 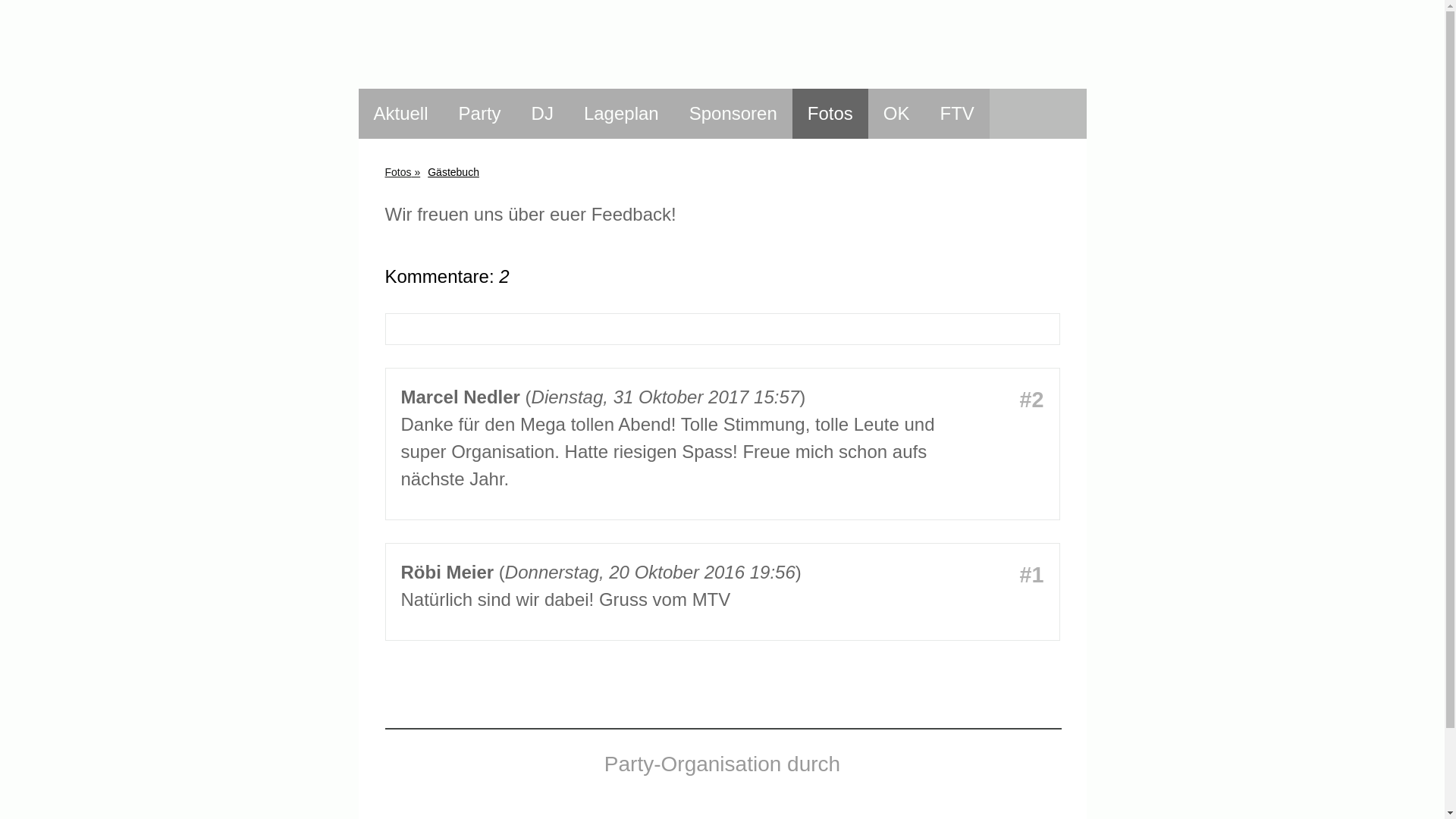 I want to click on 'Party', so click(x=479, y=113).